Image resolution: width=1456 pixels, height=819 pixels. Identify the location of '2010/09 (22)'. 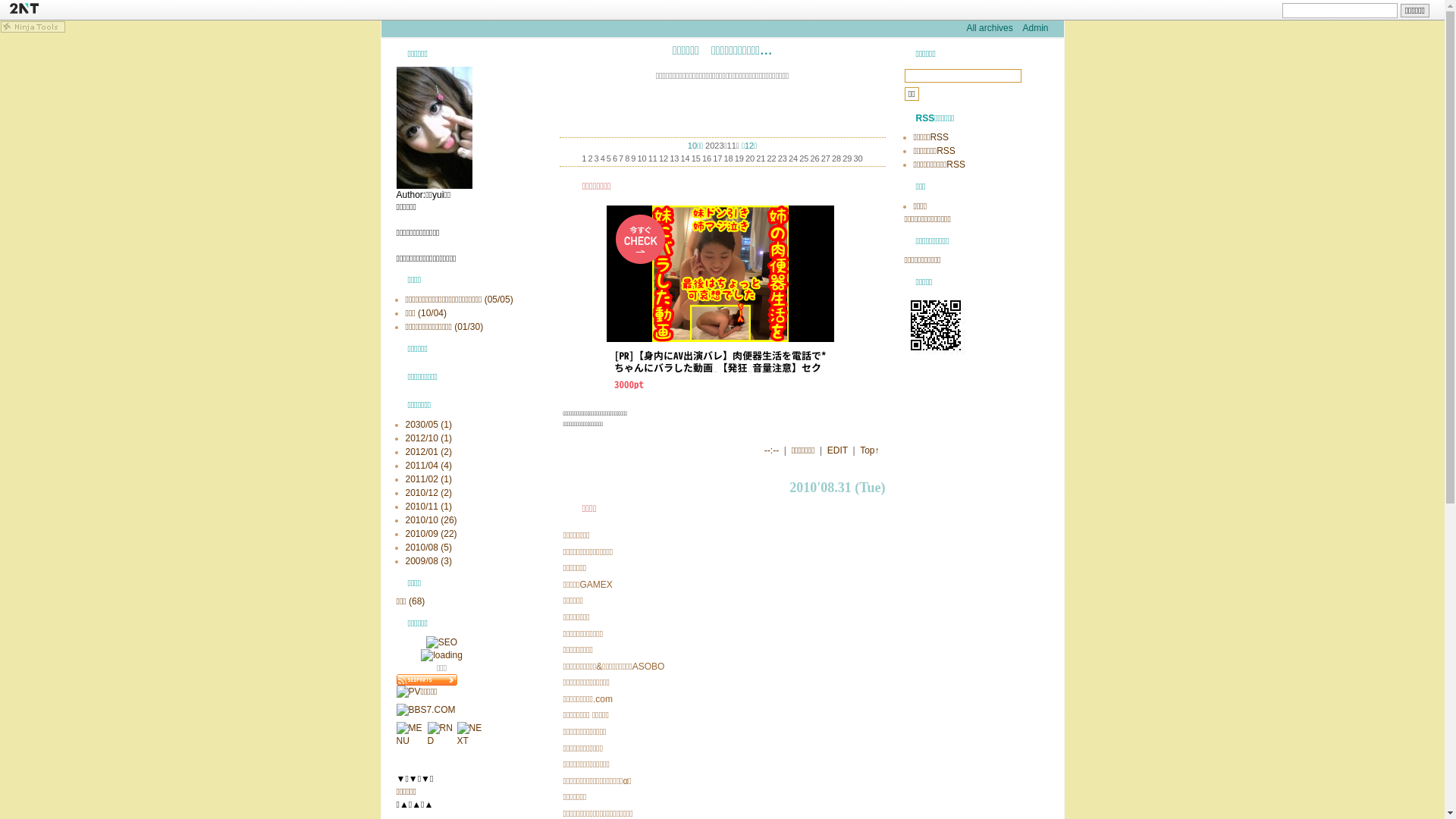
(429, 533).